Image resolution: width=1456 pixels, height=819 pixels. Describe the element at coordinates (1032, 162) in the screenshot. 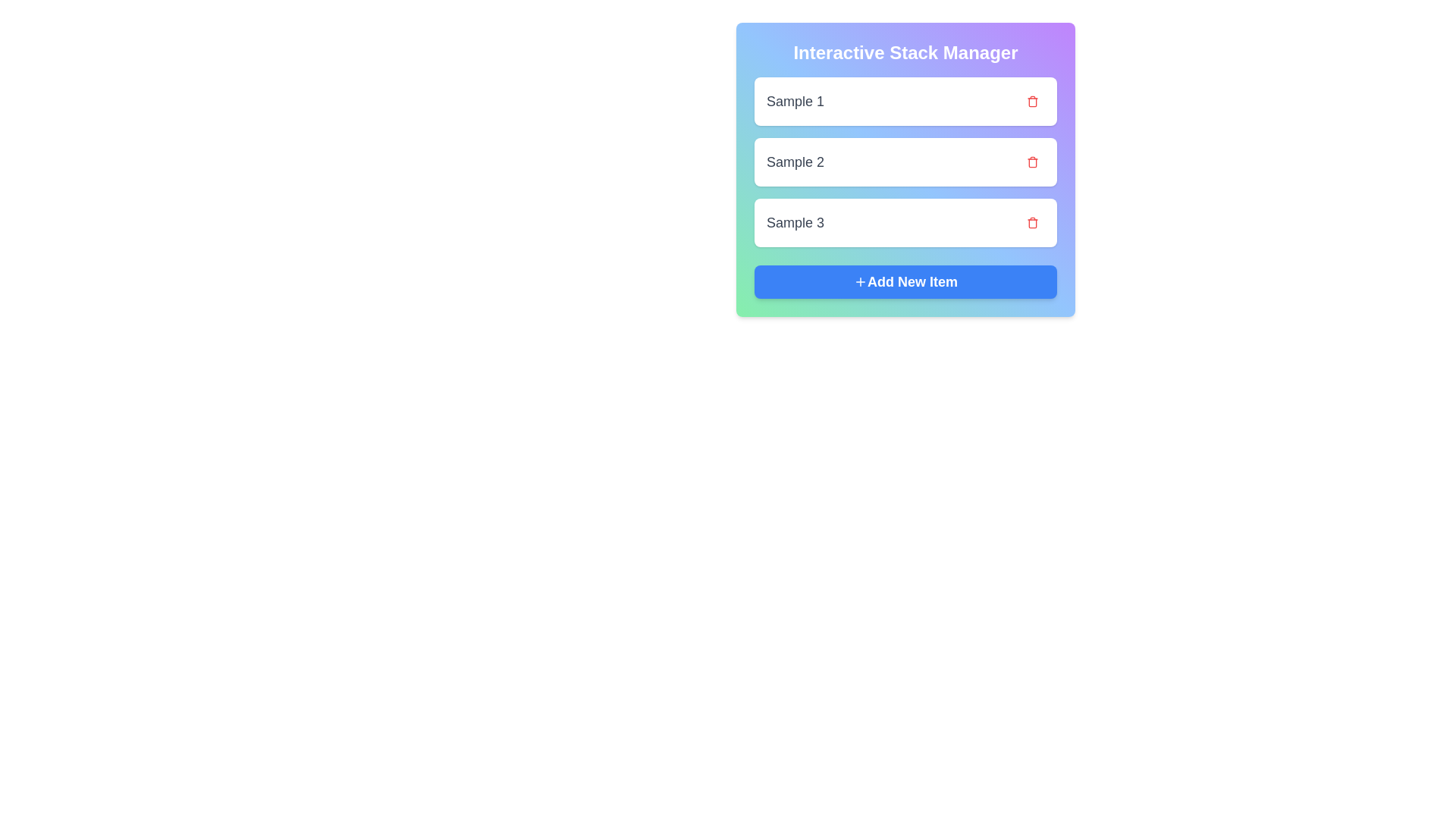

I see `the delete button located to the far right of the 'Sample 2' item` at that location.